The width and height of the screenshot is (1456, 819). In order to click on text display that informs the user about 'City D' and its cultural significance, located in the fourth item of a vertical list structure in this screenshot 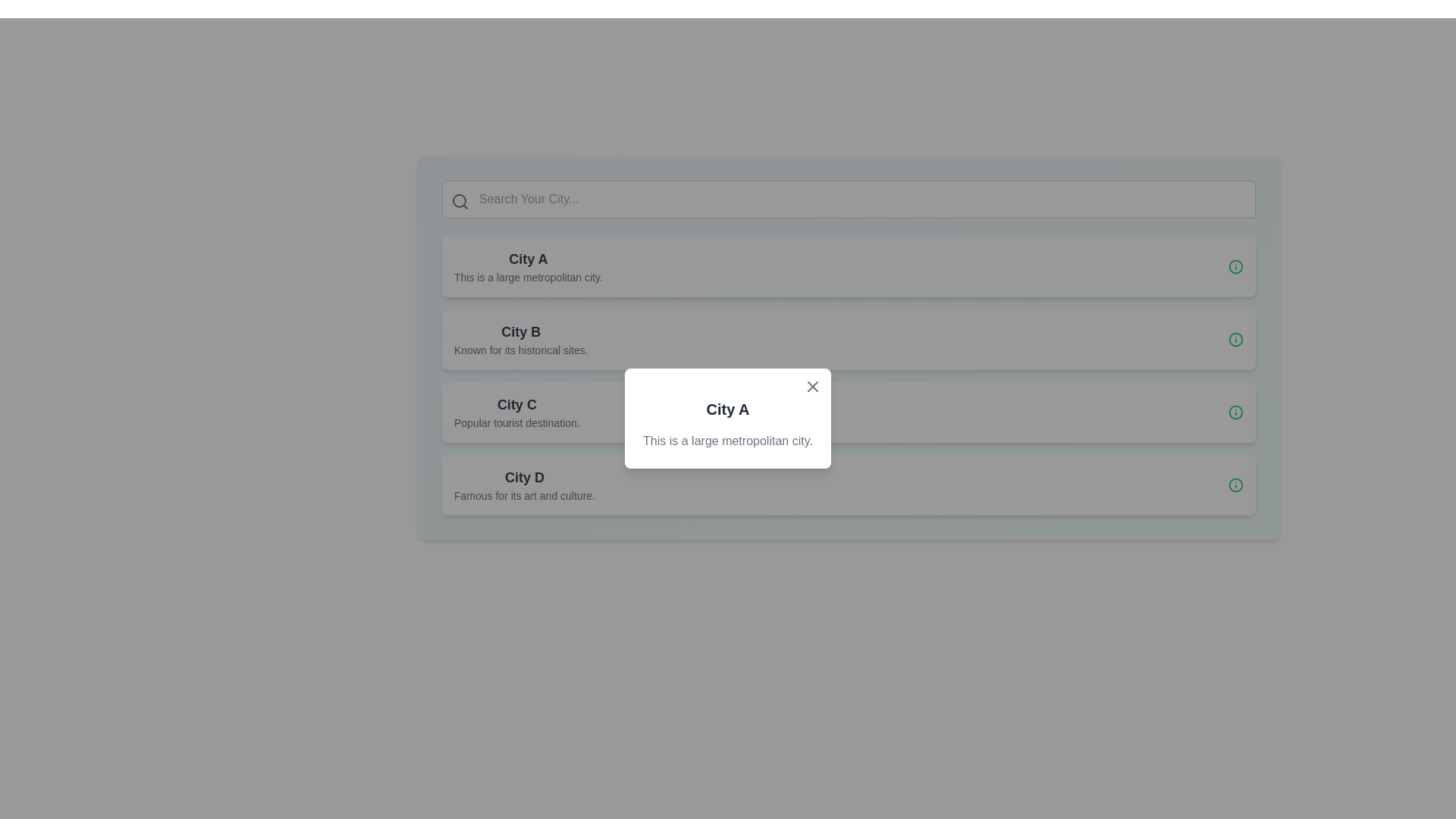, I will do `click(524, 485)`.